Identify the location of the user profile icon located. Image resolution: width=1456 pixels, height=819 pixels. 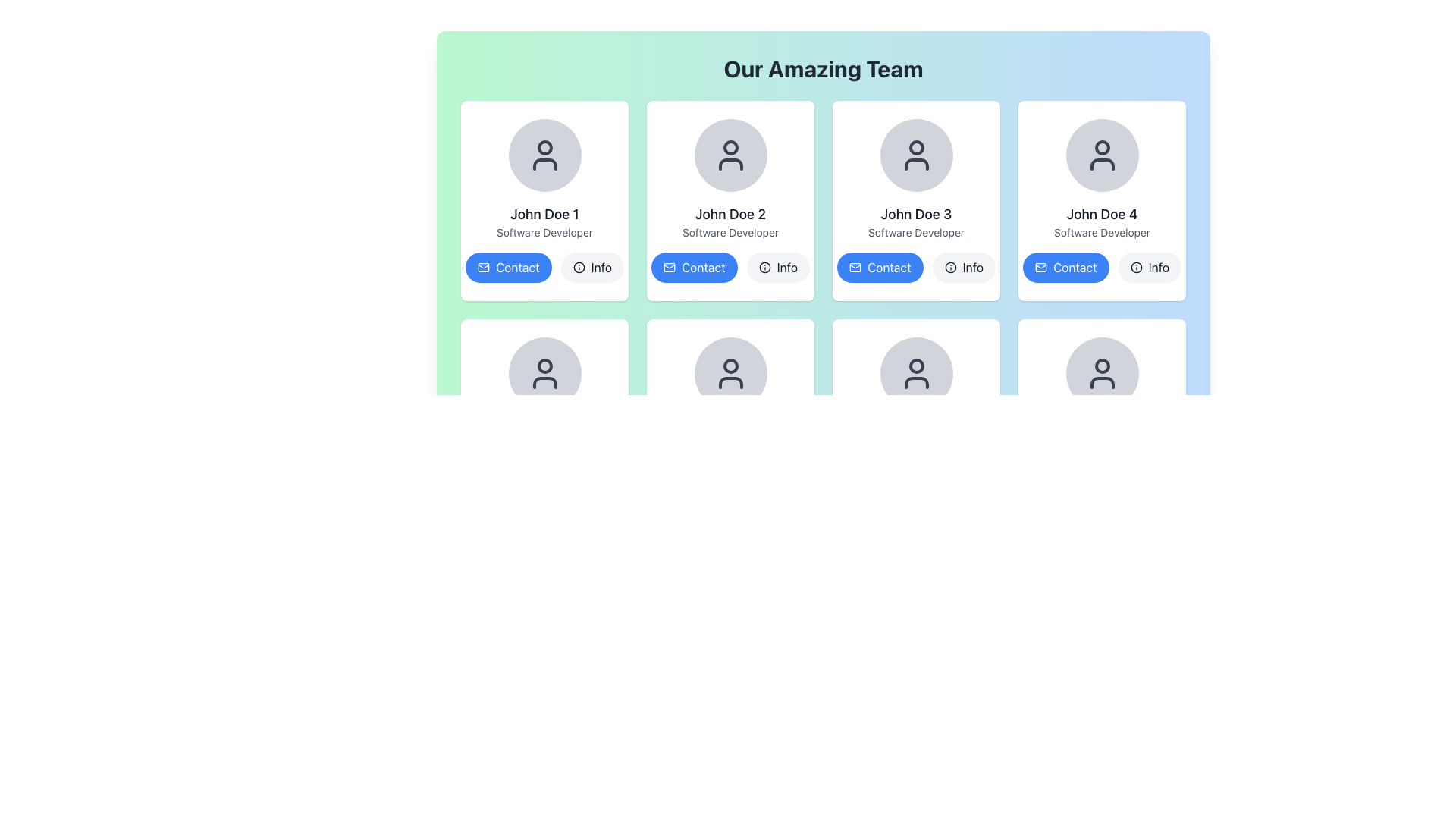
(915, 155).